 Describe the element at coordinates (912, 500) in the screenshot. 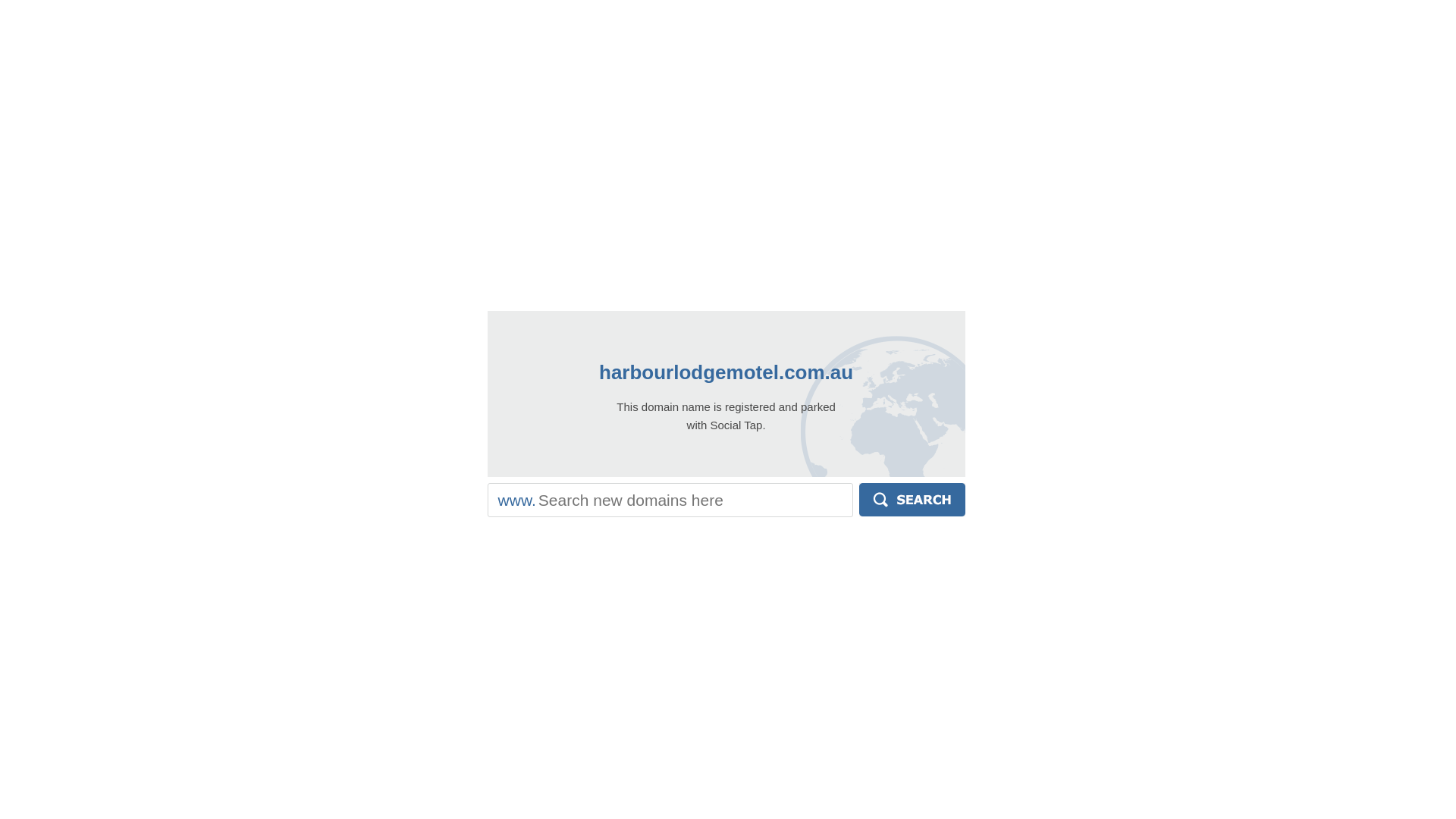

I see `'Search'` at that location.